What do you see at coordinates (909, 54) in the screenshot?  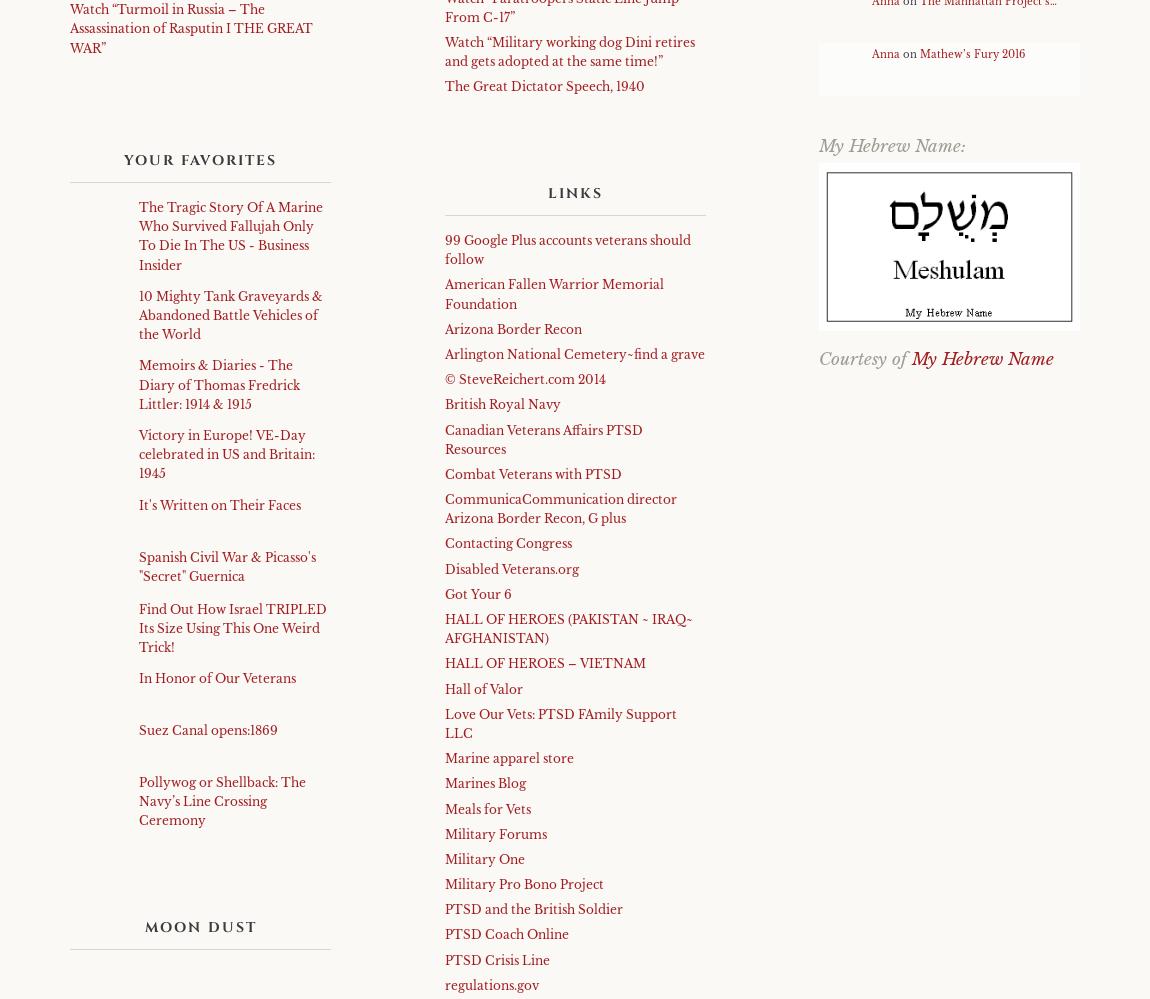 I see `'on'` at bounding box center [909, 54].